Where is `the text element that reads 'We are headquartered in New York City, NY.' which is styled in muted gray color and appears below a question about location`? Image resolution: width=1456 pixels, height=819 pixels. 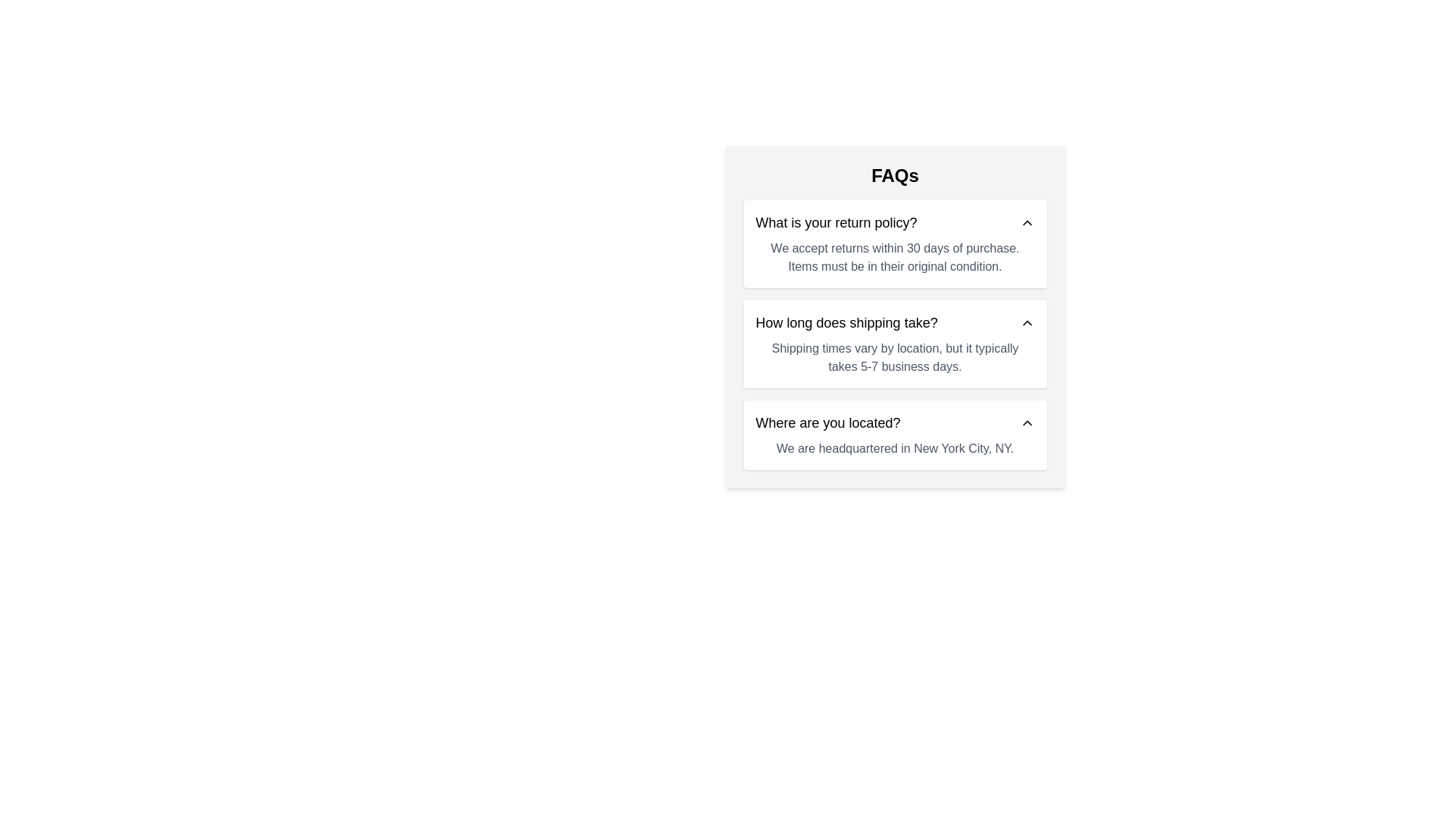
the text element that reads 'We are headquartered in New York City, NY.' which is styled in muted gray color and appears below a question about location is located at coordinates (895, 447).